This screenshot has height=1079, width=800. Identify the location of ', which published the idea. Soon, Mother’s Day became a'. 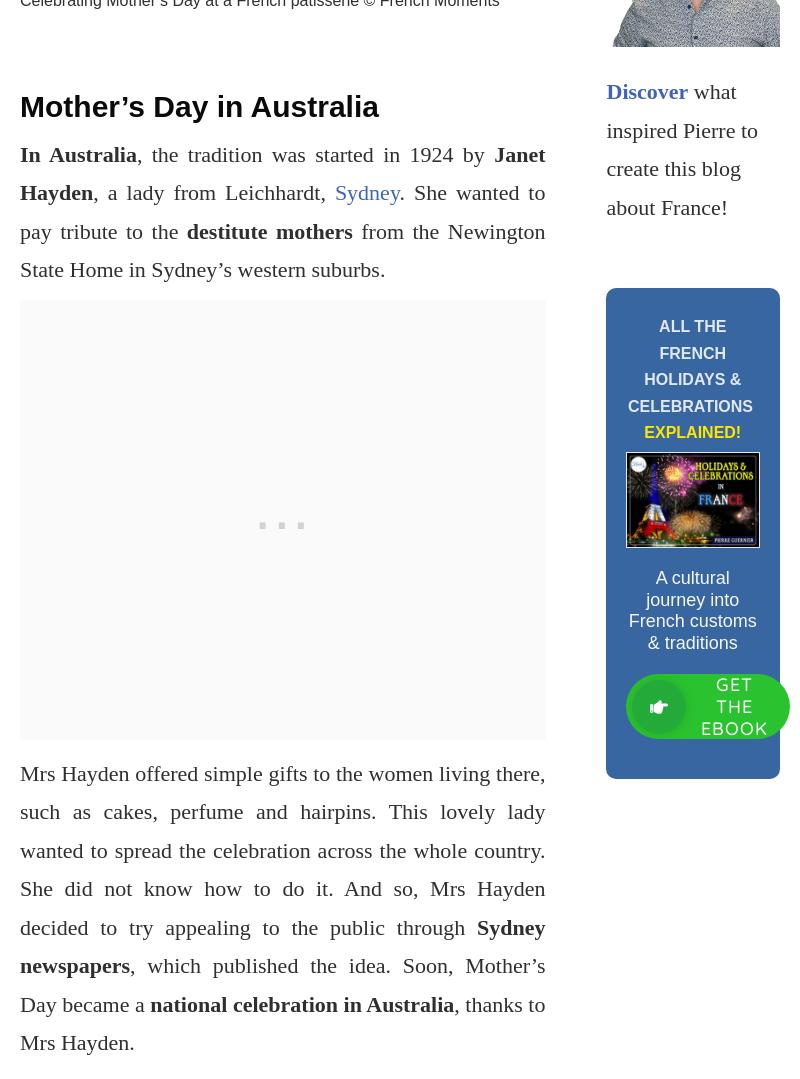
(282, 983).